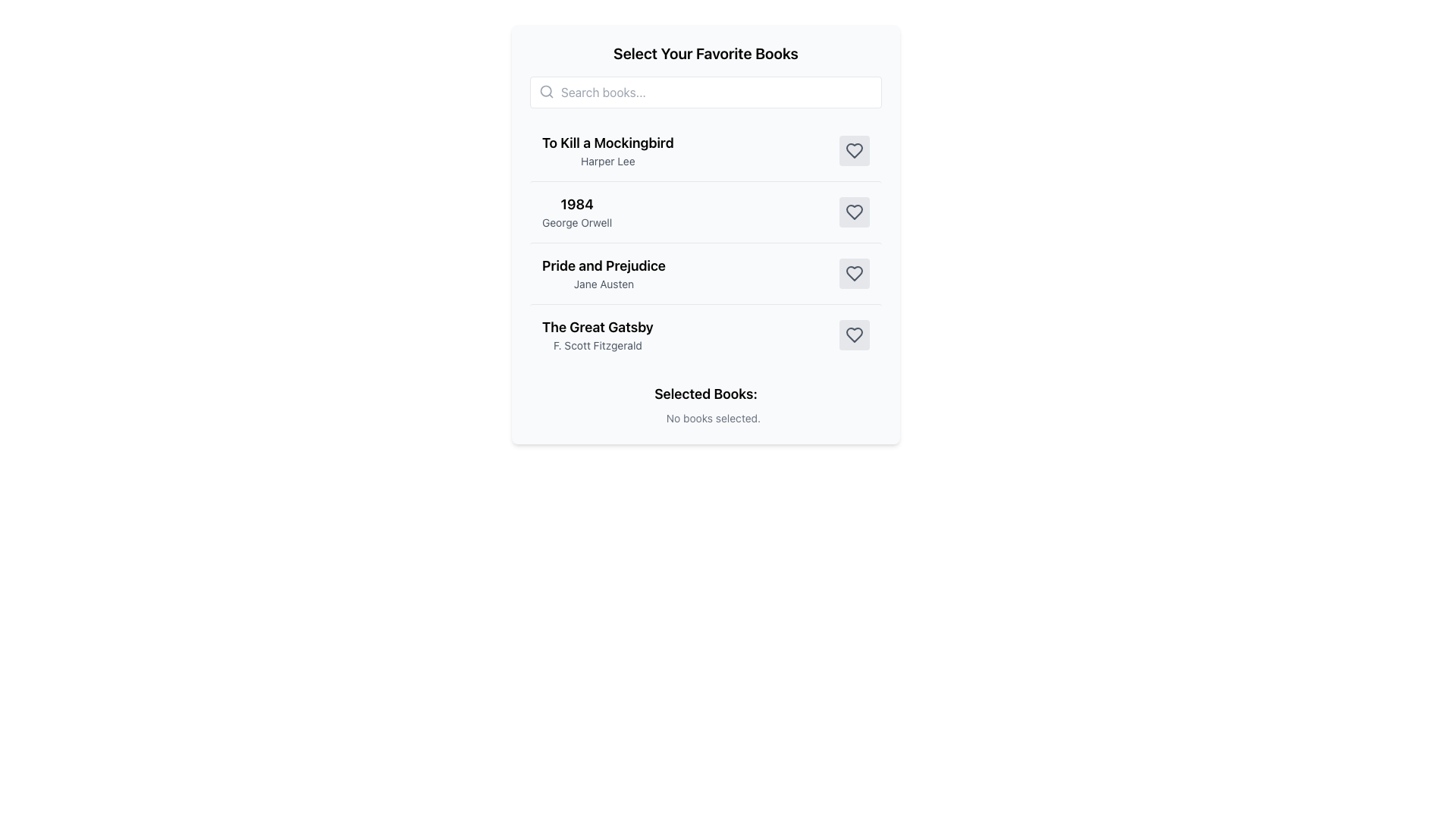 The height and width of the screenshot is (819, 1456). I want to click on the text label displaying the title of the book '1984' in the selection interface for favorite books, which is positioned above the subtitle 'George Orwell', so click(576, 205).